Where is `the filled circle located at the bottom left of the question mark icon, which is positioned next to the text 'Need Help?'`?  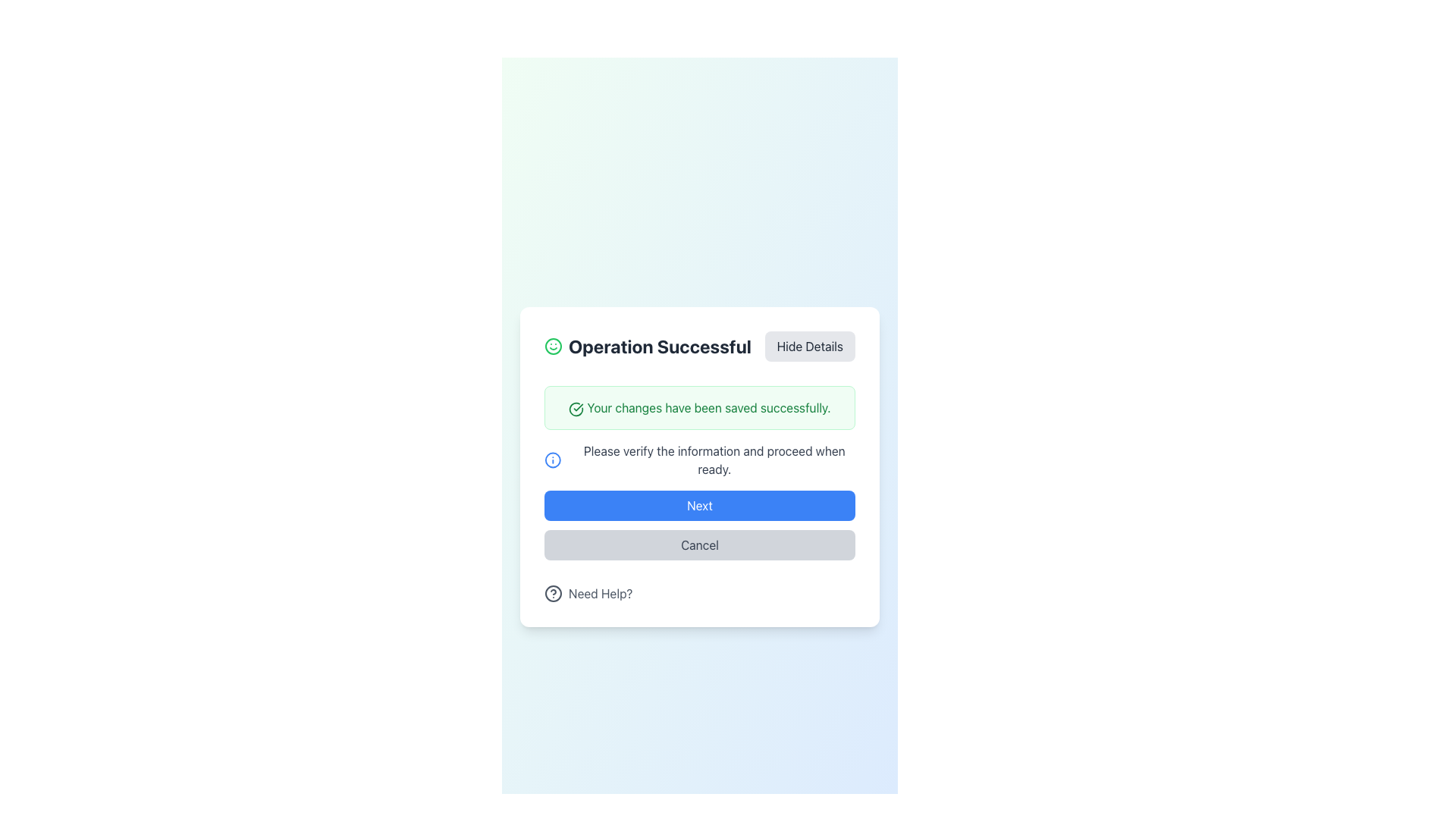
the filled circle located at the bottom left of the question mark icon, which is positioned next to the text 'Need Help?' is located at coordinates (552, 593).